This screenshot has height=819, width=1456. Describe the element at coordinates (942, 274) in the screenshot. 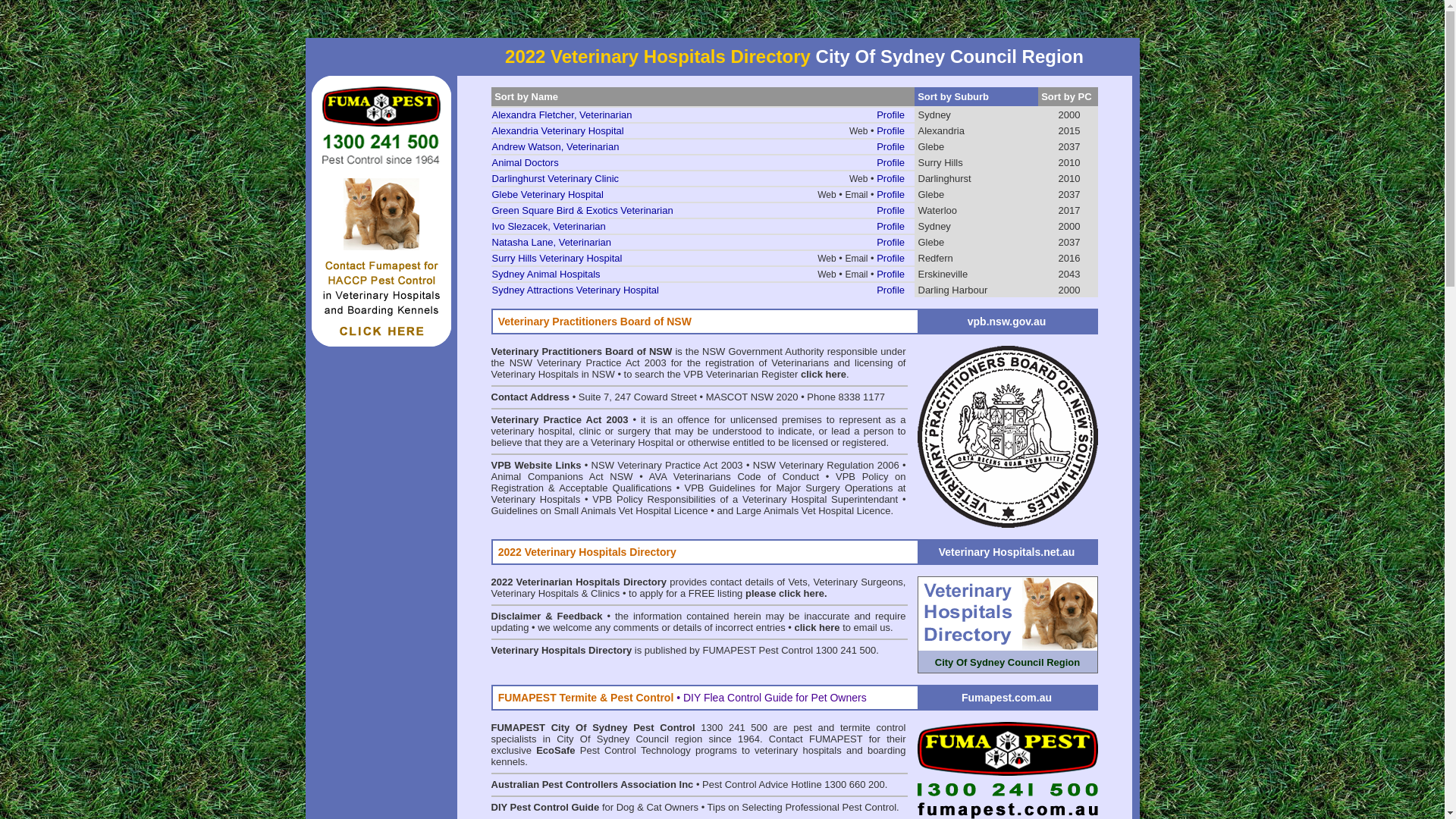

I see `'Erskineville'` at that location.